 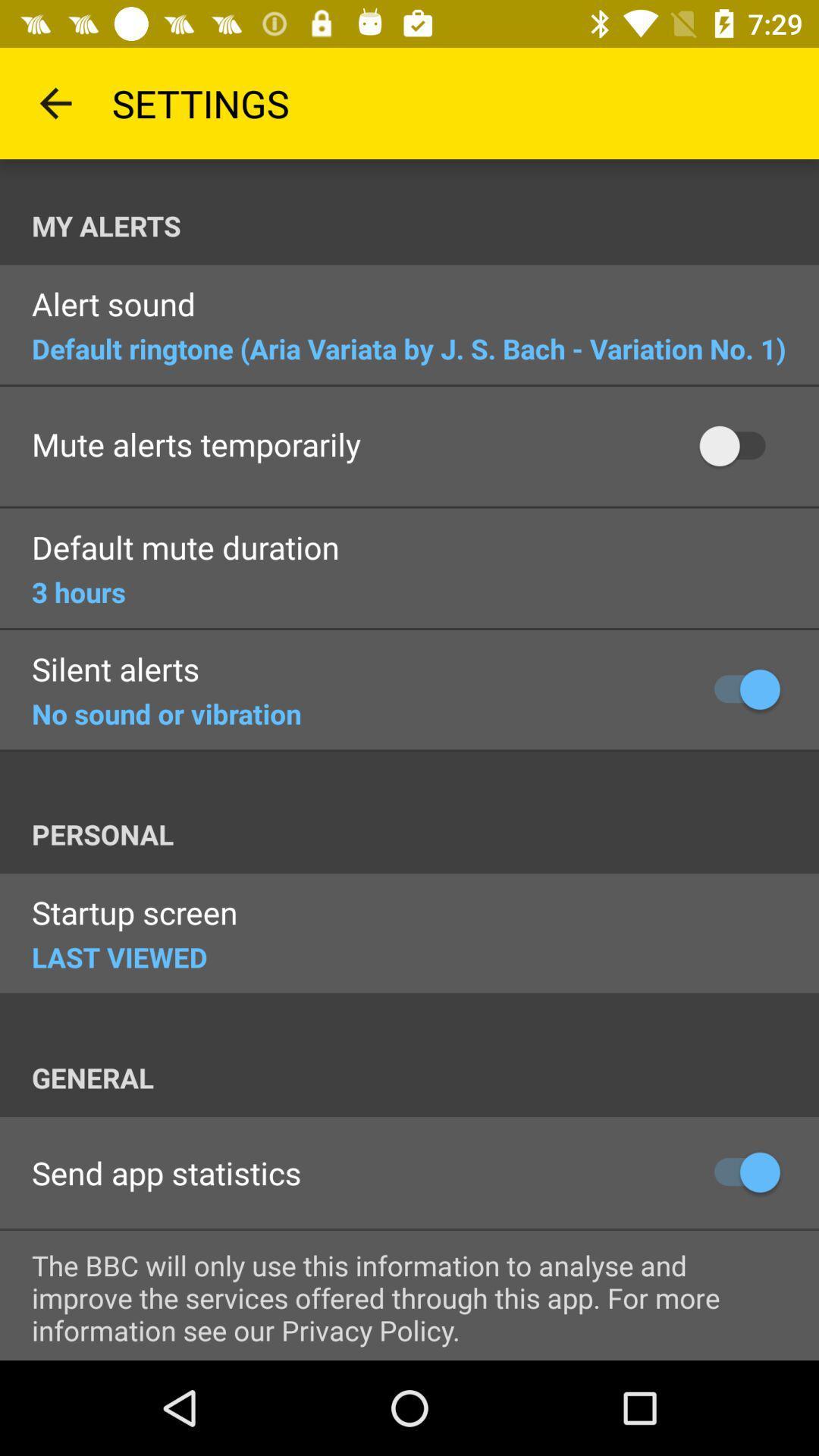 What do you see at coordinates (425, 833) in the screenshot?
I see `personal at the center` at bounding box center [425, 833].